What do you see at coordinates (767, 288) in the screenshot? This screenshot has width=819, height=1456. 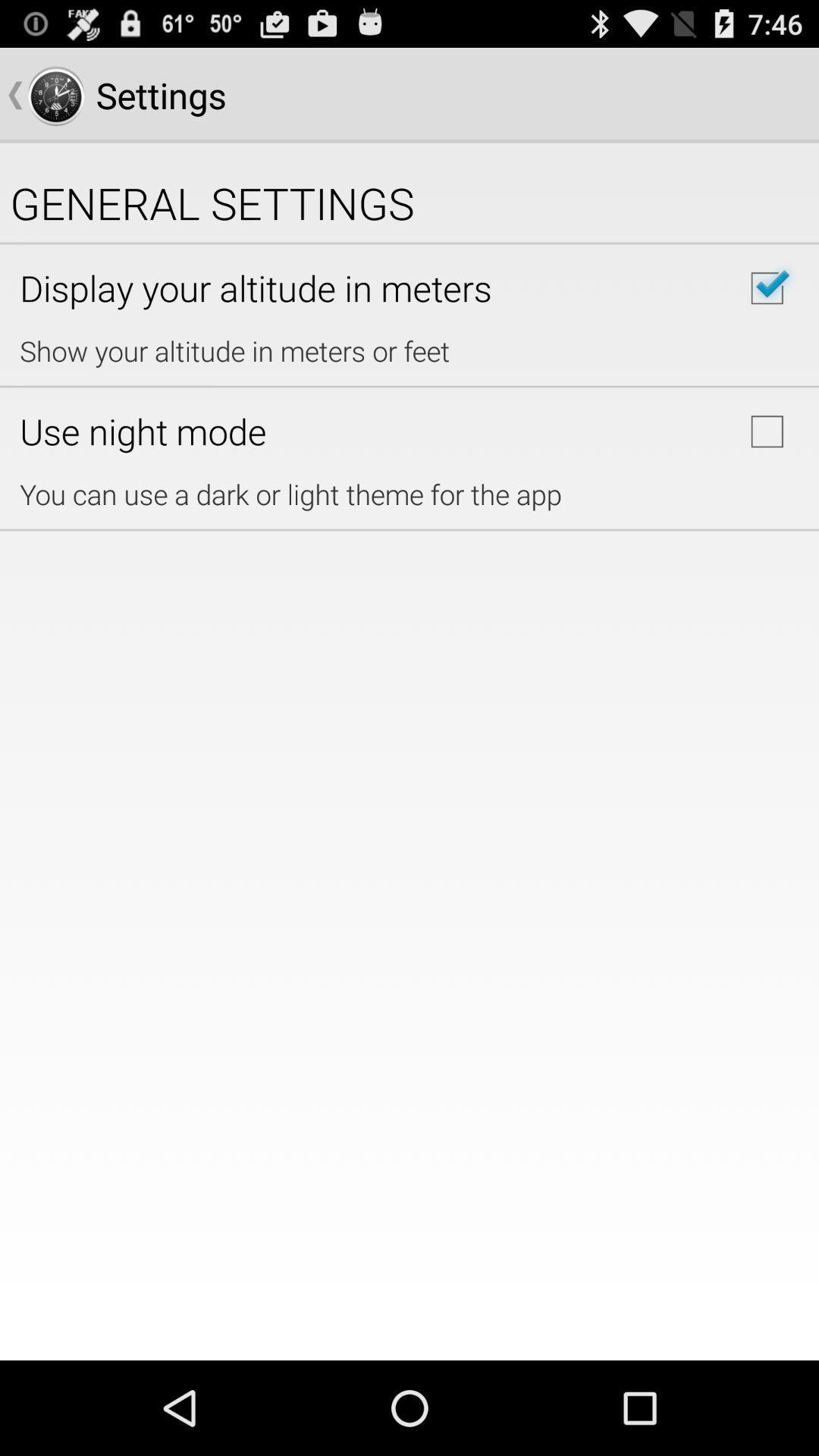 I see `the option to show your altitude in meters` at bounding box center [767, 288].